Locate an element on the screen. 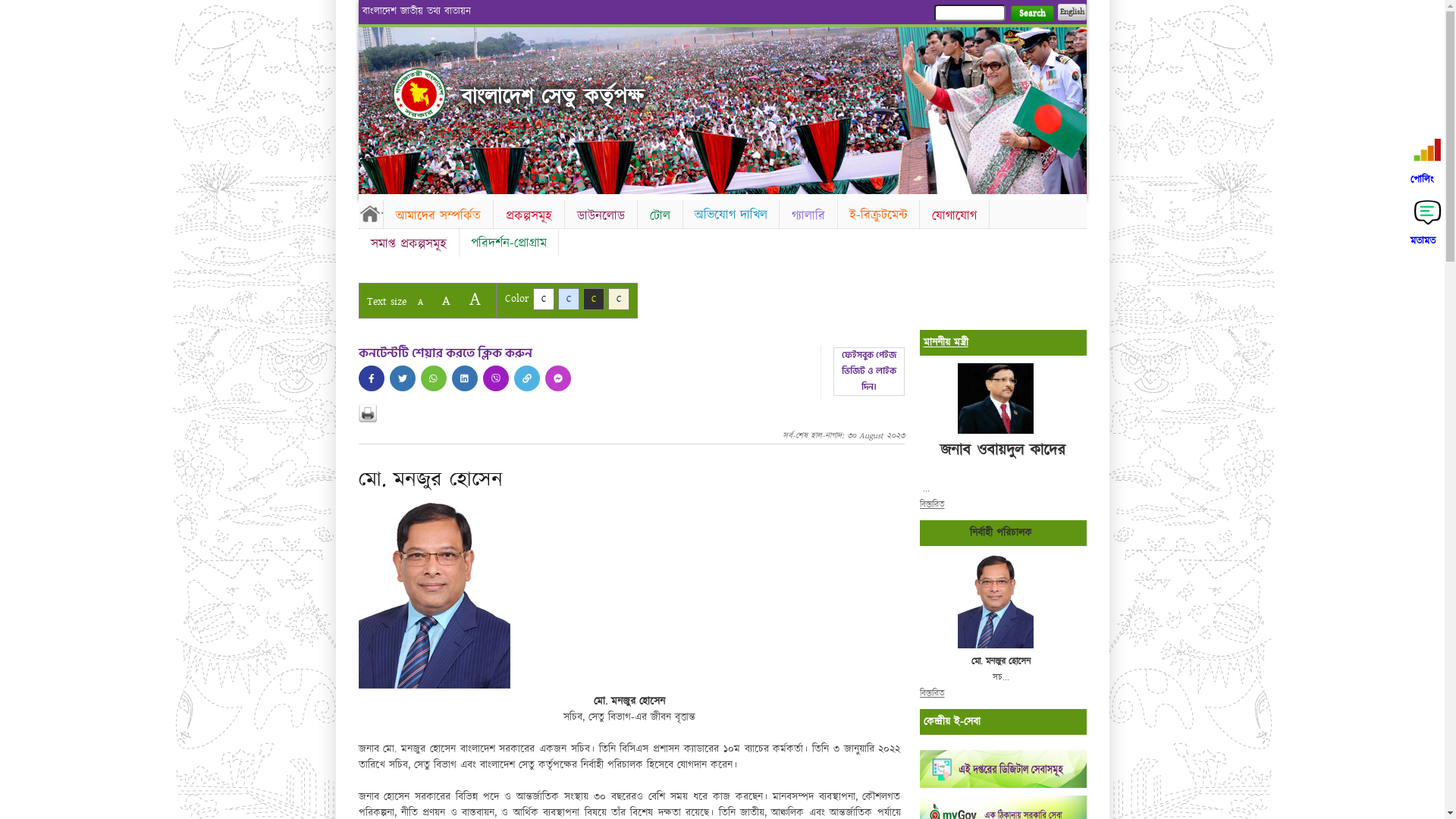 This screenshot has height=819, width=1456. 'Home' is located at coordinates (419, 93).